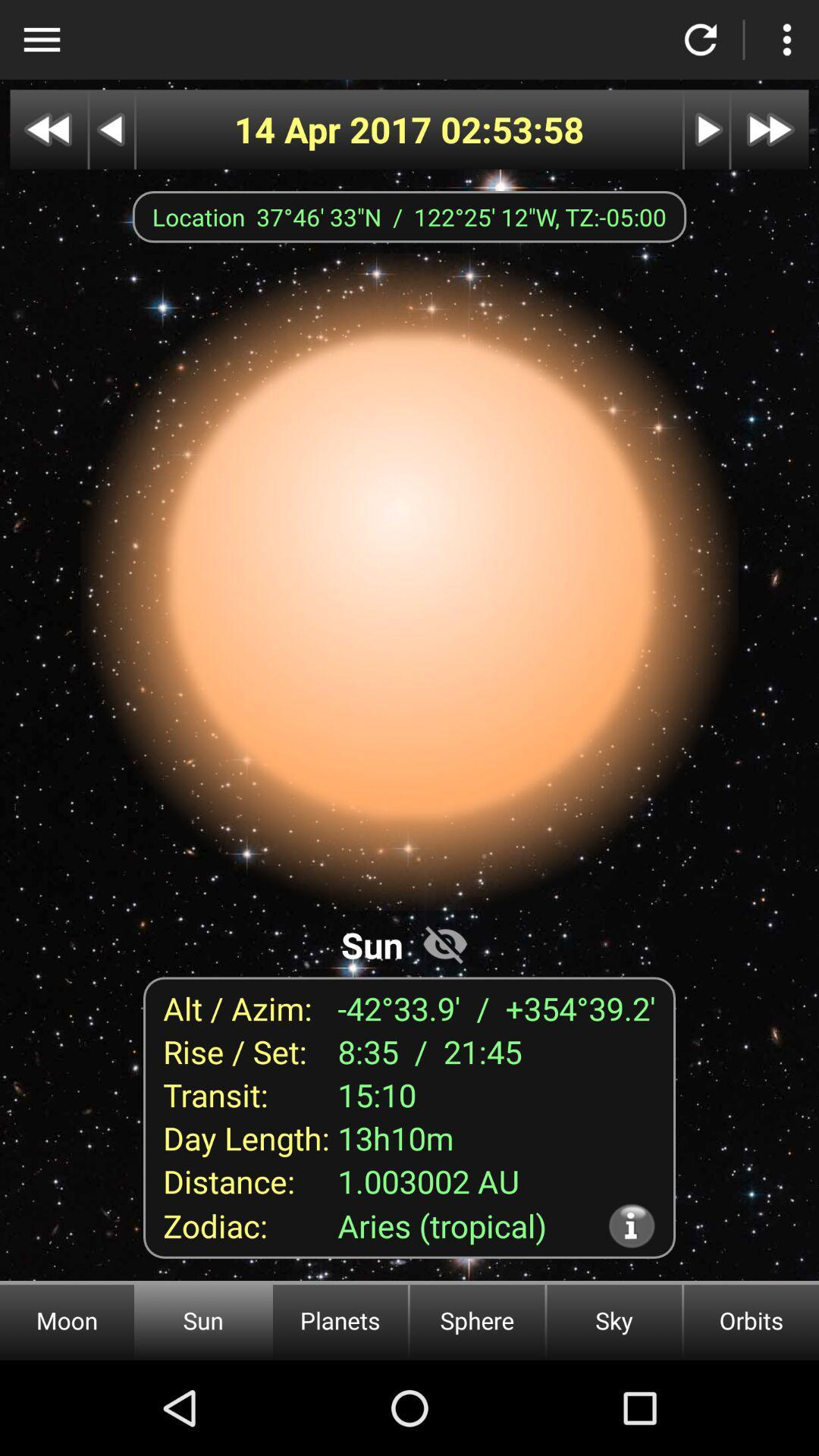  What do you see at coordinates (111, 130) in the screenshot?
I see `rewind` at bounding box center [111, 130].